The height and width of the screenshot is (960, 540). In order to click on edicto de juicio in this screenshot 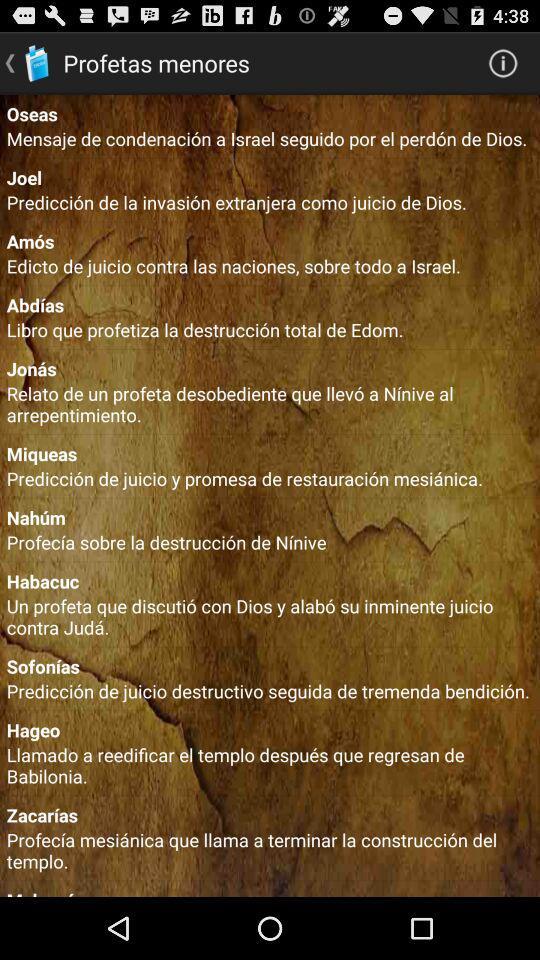, I will do `click(270, 264)`.